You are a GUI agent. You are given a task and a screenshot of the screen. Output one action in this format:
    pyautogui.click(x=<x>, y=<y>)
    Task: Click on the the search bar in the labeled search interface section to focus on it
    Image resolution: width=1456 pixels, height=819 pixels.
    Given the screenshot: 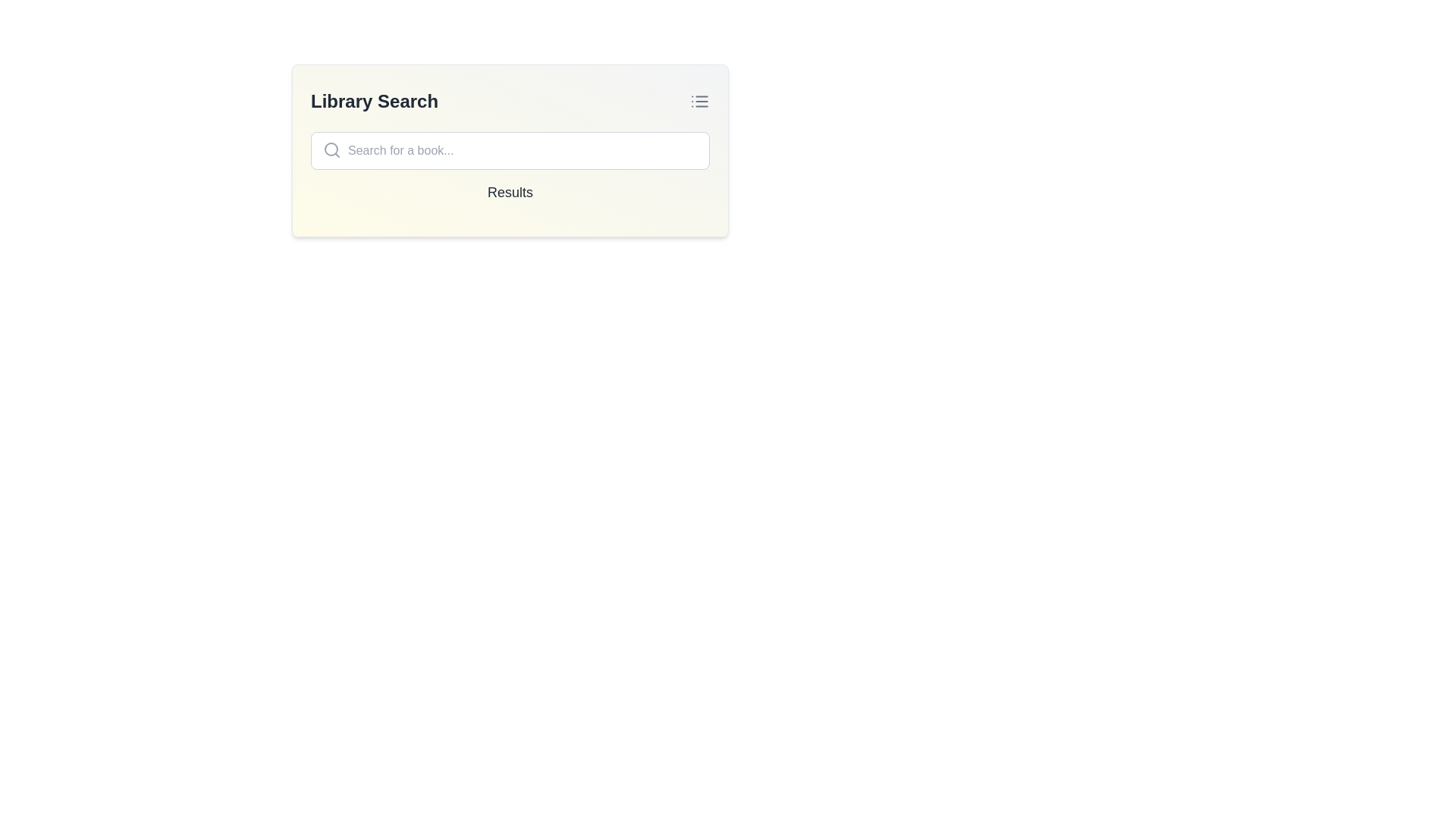 What is the action you would take?
    pyautogui.click(x=510, y=151)
    